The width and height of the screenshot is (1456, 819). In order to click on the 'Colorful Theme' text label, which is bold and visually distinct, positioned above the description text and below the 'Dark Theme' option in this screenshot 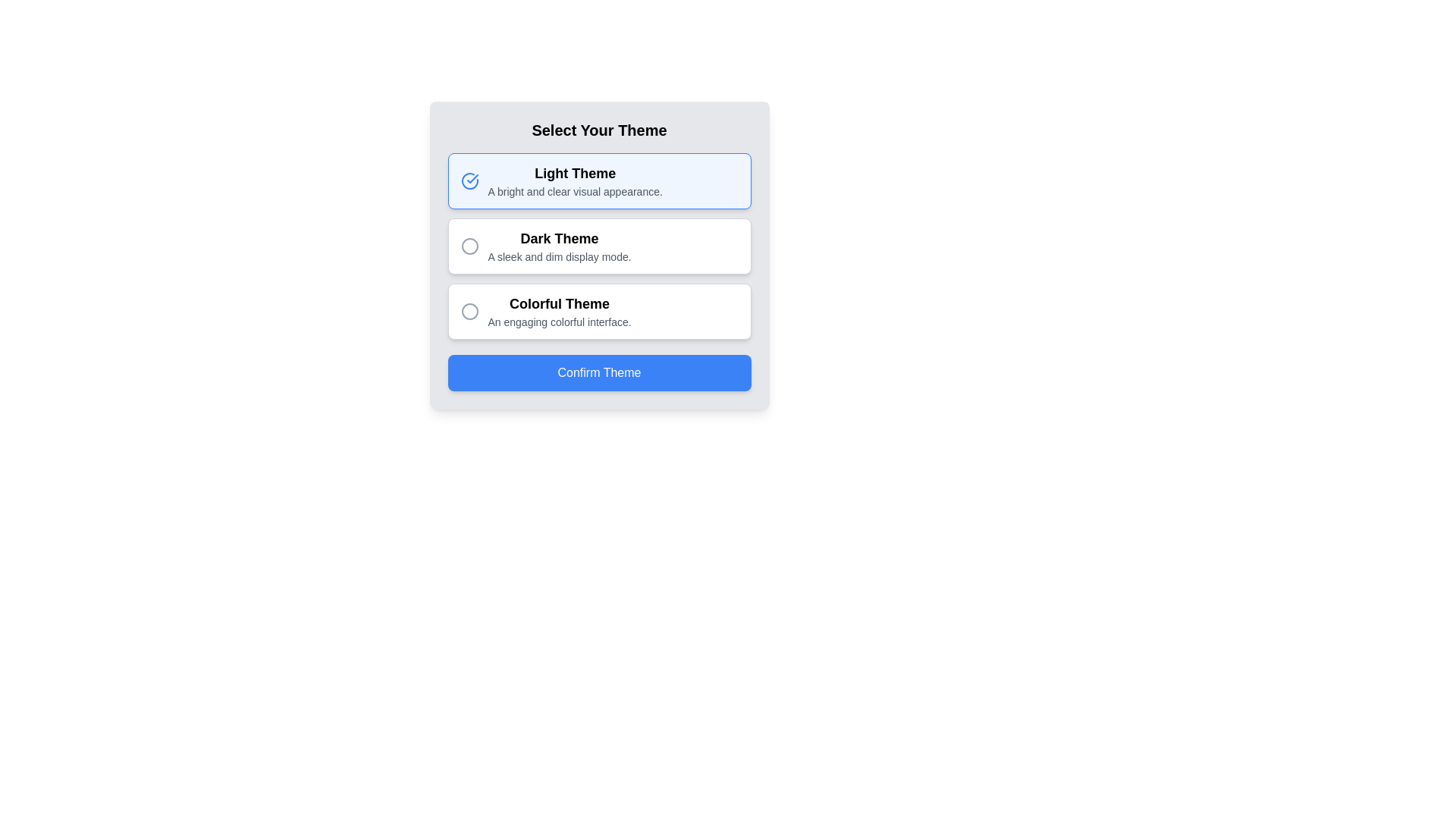, I will do `click(559, 304)`.